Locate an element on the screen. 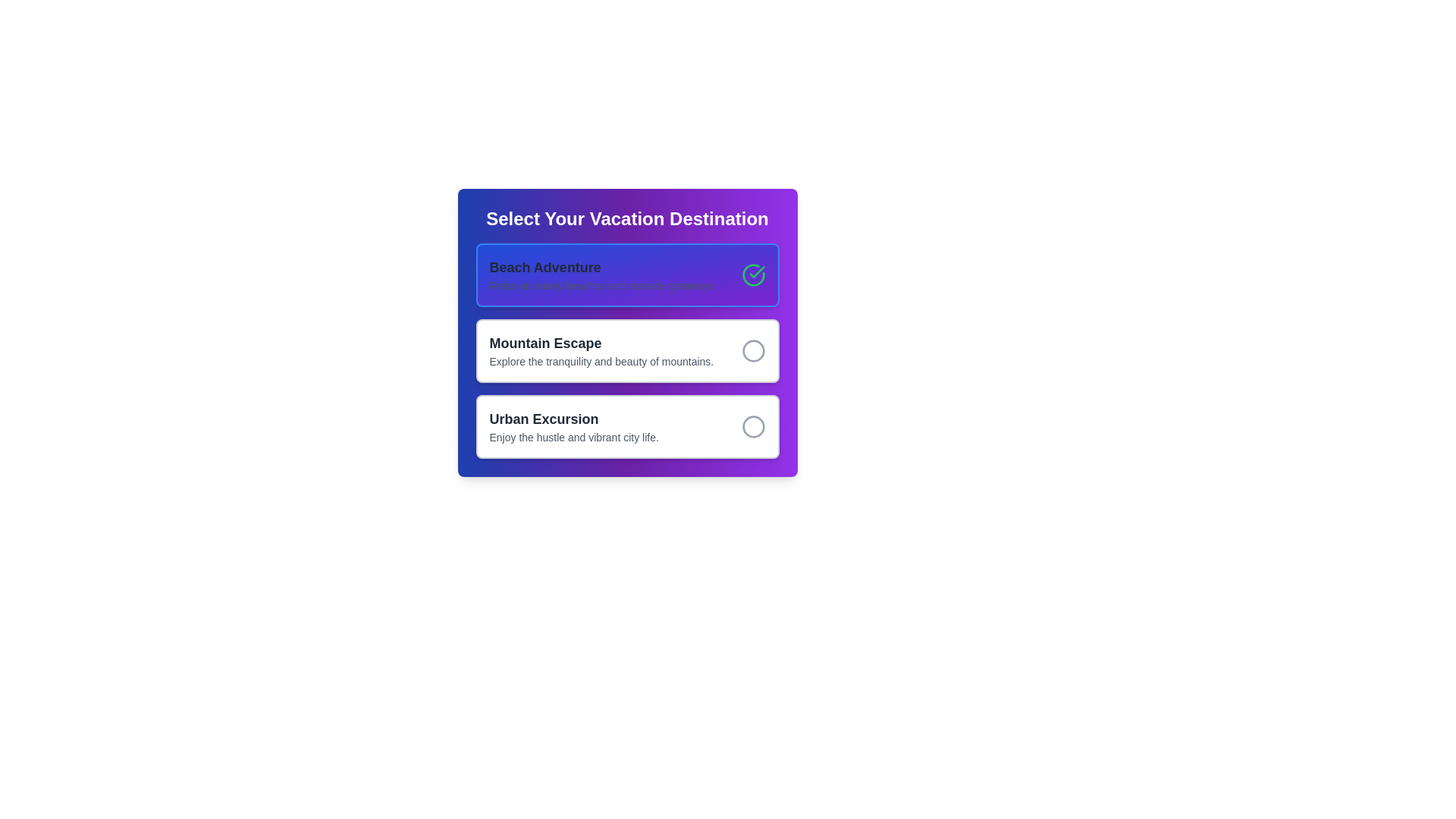  the radio button for the 'Urban Excursion' option is located at coordinates (753, 427).